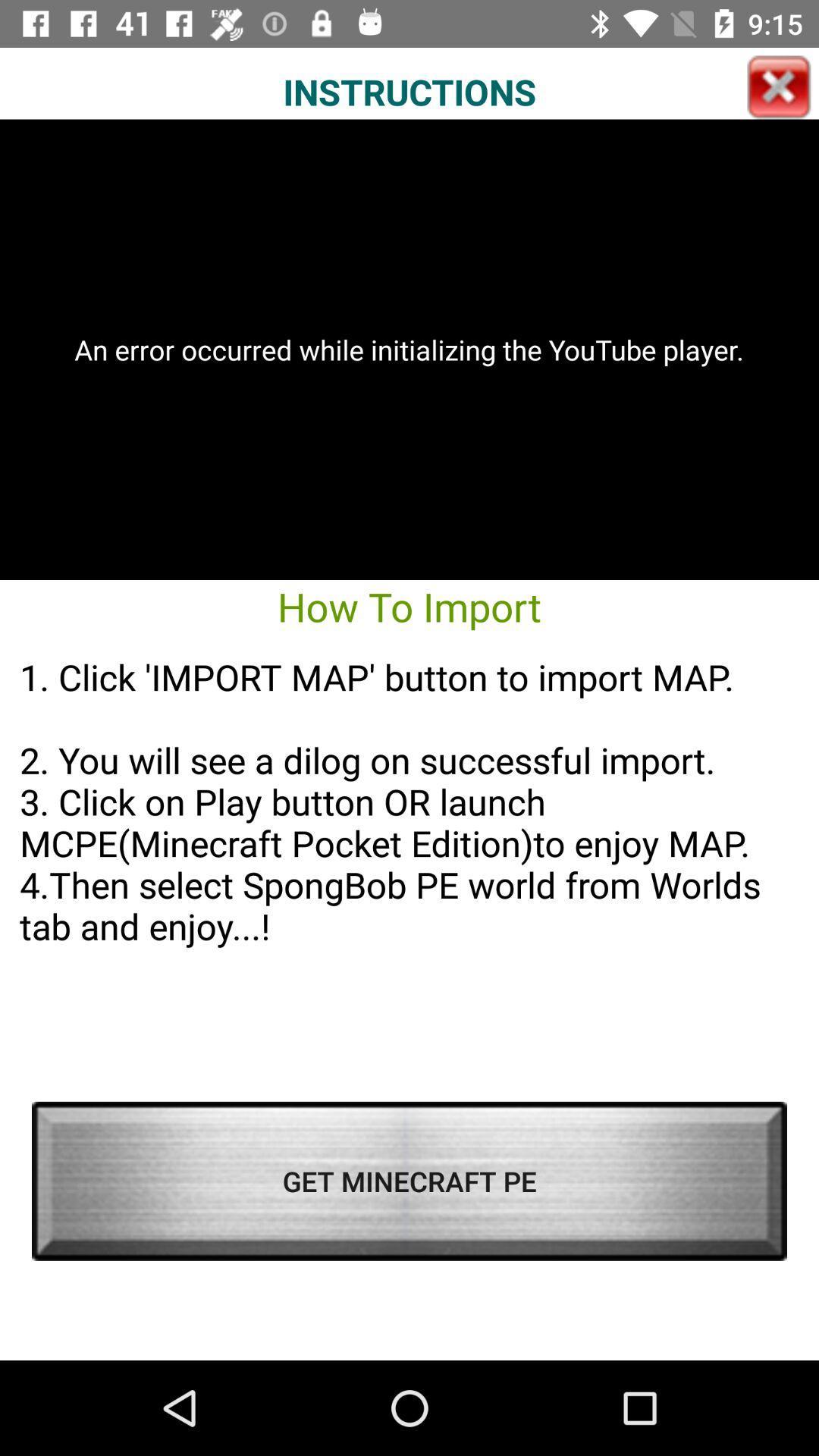  I want to click on icon at the top right corner, so click(779, 86).